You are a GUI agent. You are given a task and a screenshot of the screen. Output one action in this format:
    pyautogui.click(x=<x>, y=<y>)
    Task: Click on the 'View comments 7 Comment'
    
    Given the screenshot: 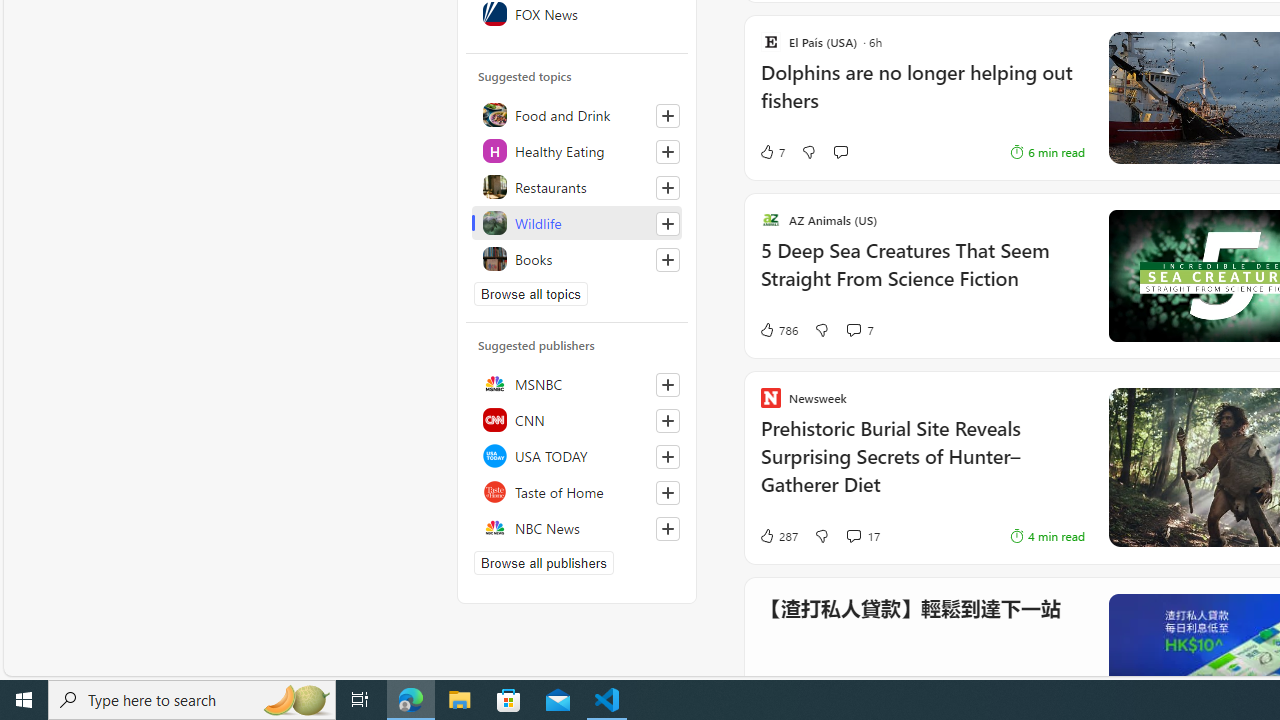 What is the action you would take?
    pyautogui.click(x=853, y=329)
    